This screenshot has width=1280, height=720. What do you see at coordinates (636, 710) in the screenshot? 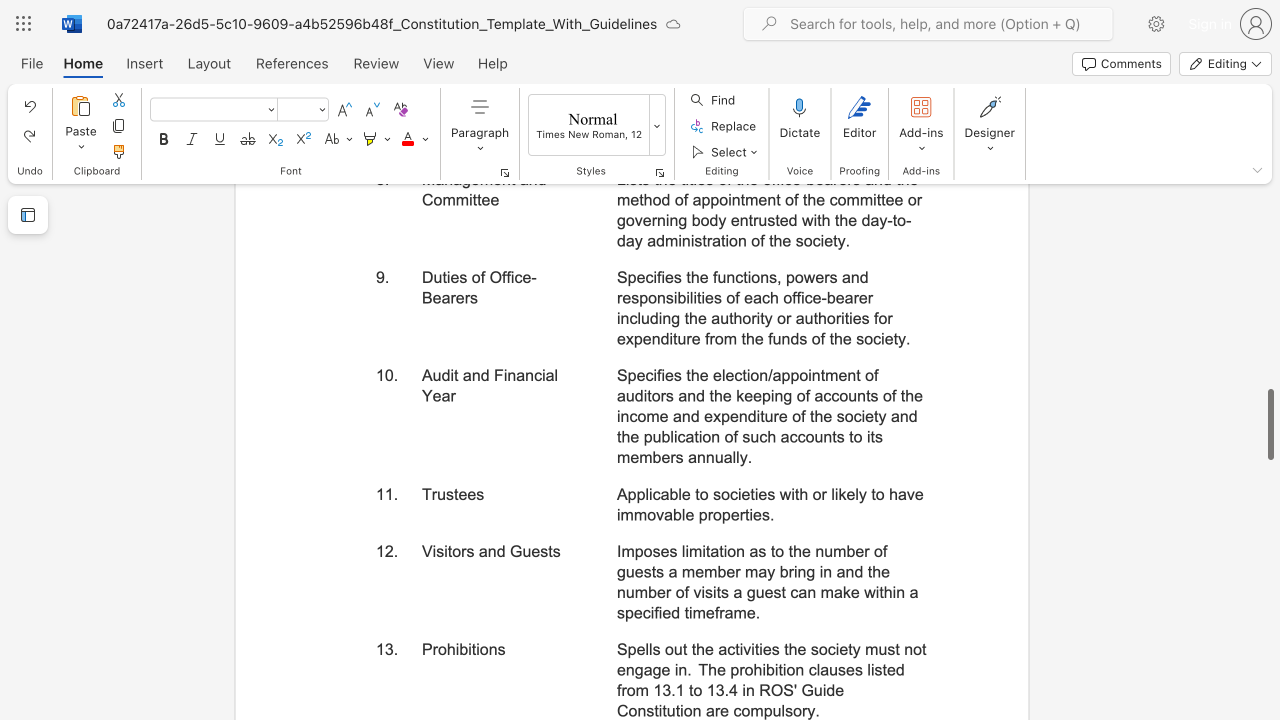
I see `the subset text "nstitution are compul" within the text "Spells out the activities the society must not engage in.  The prohibition clauses listed from 13.1 to 13.4 in ROS"` at bounding box center [636, 710].